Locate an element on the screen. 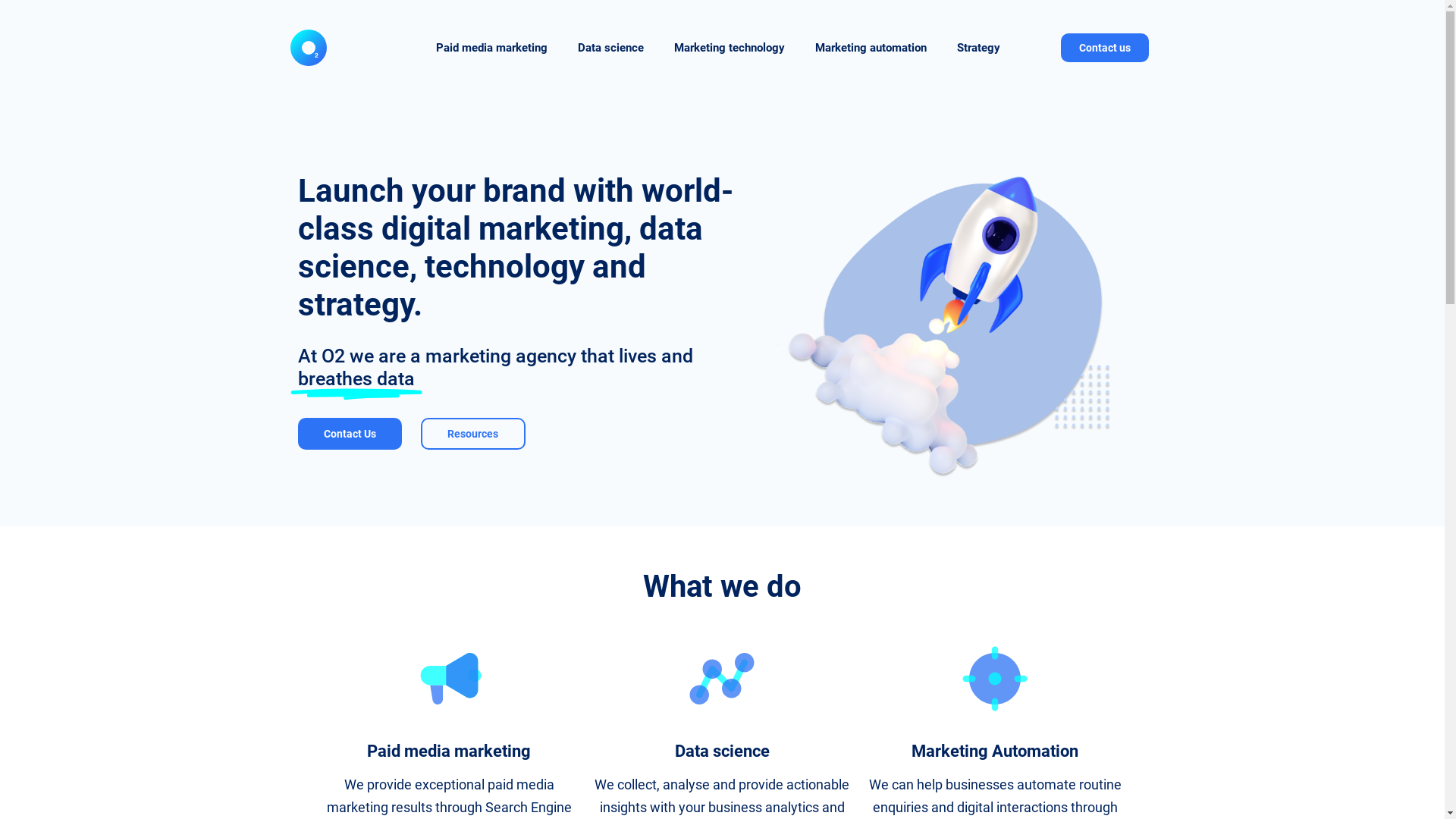 The image size is (1456, 819). 'Contact Us' is located at coordinates (297, 433).